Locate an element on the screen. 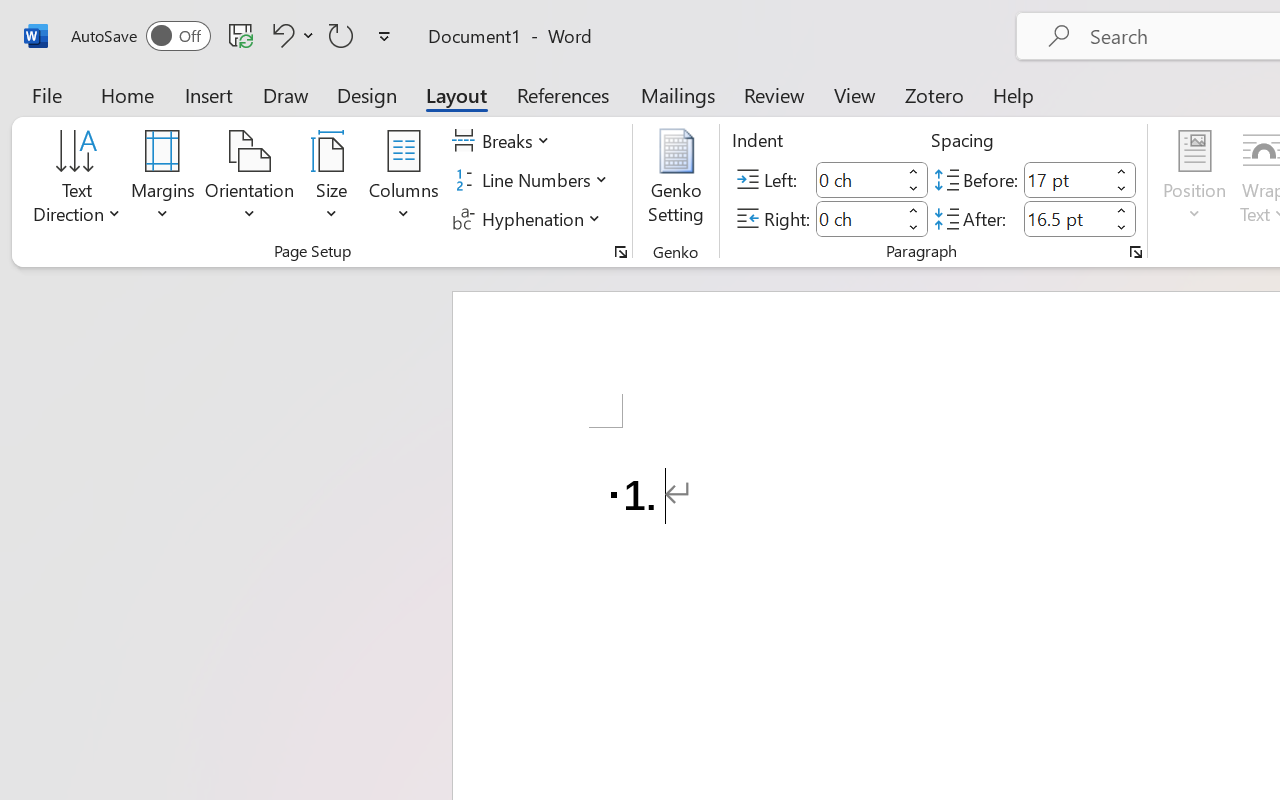 The image size is (1280, 800). 'Margins' is located at coordinates (163, 179).